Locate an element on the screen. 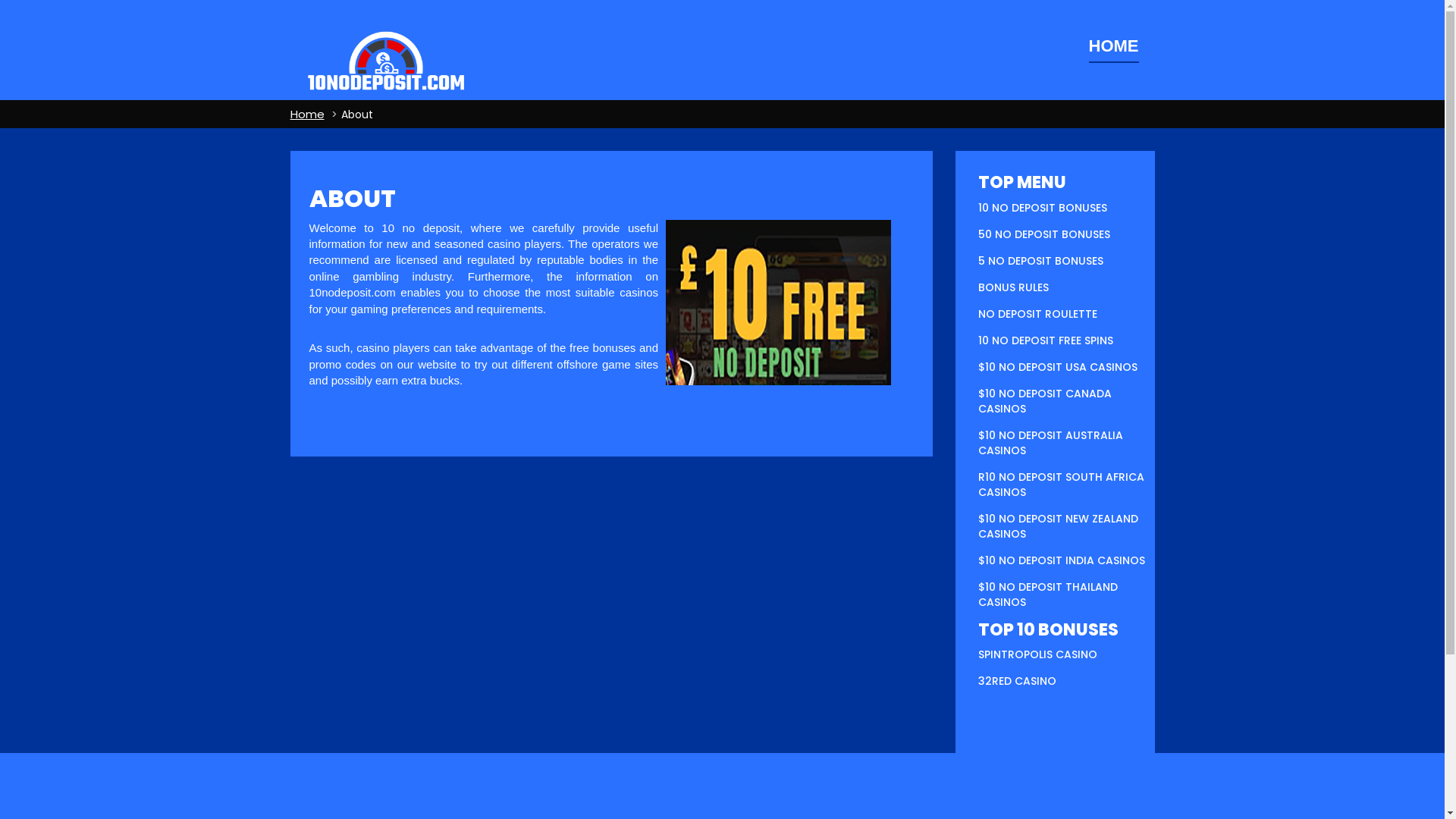 This screenshot has width=1456, height=819. '5 NO DEPOSIT BONUSES' is located at coordinates (978, 259).